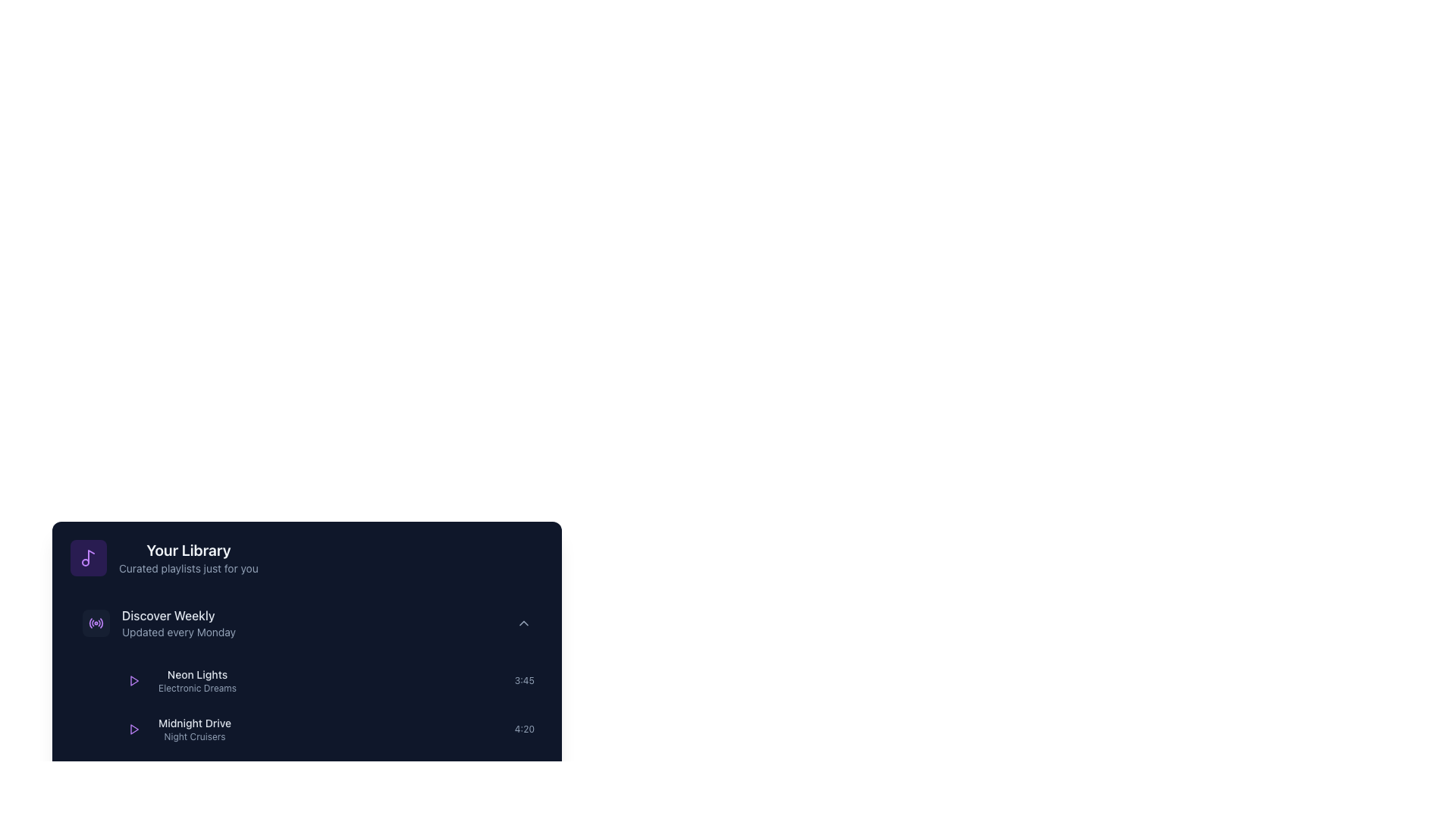  Describe the element at coordinates (194, 728) in the screenshot. I see `the clickable list item for the playlist named 'Midnight Drive' located in the lower section of the sidebar, specifically as the second entry under 'Discover Weekly.'` at that location.